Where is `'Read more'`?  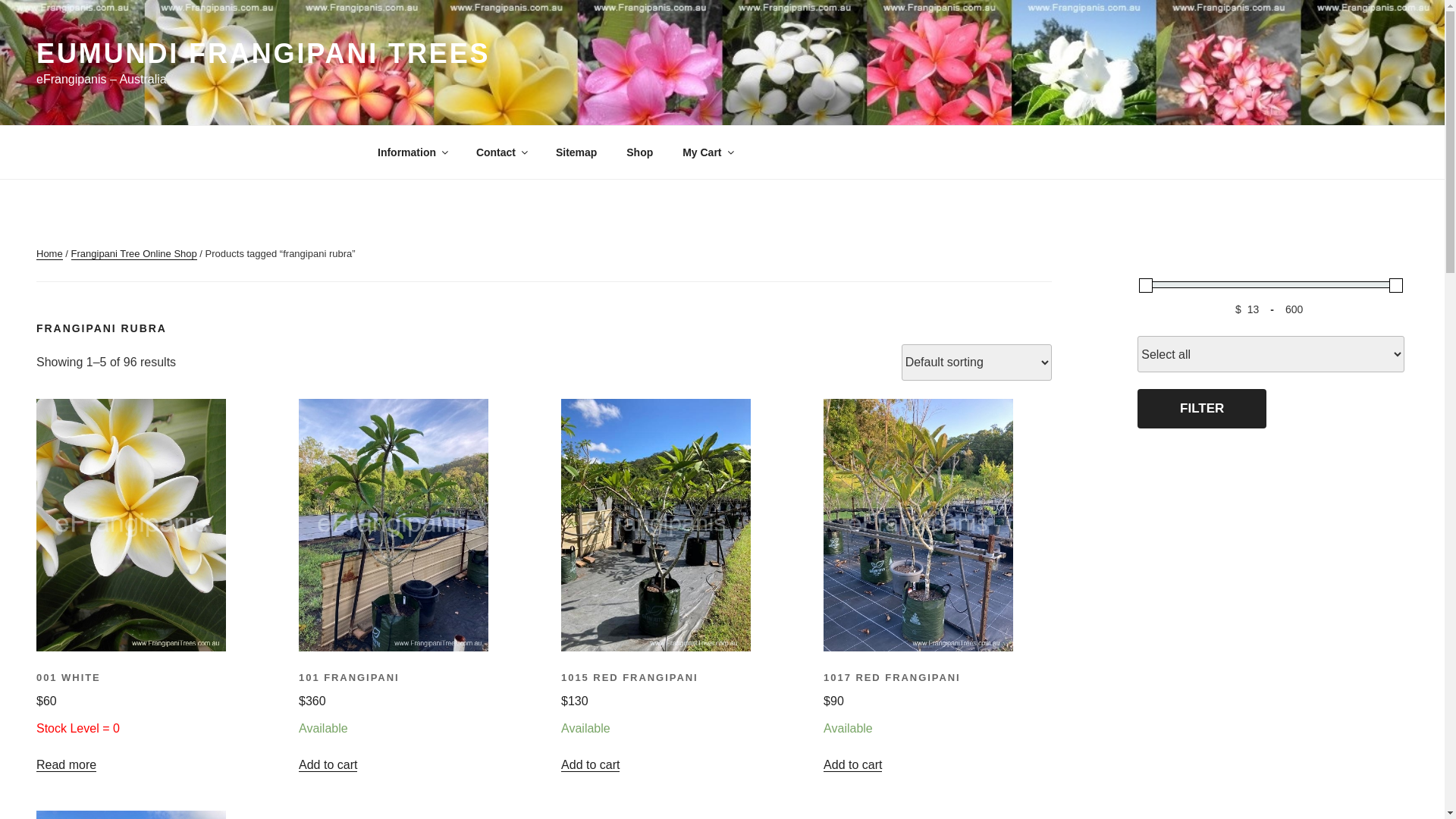 'Read more' is located at coordinates (65, 764).